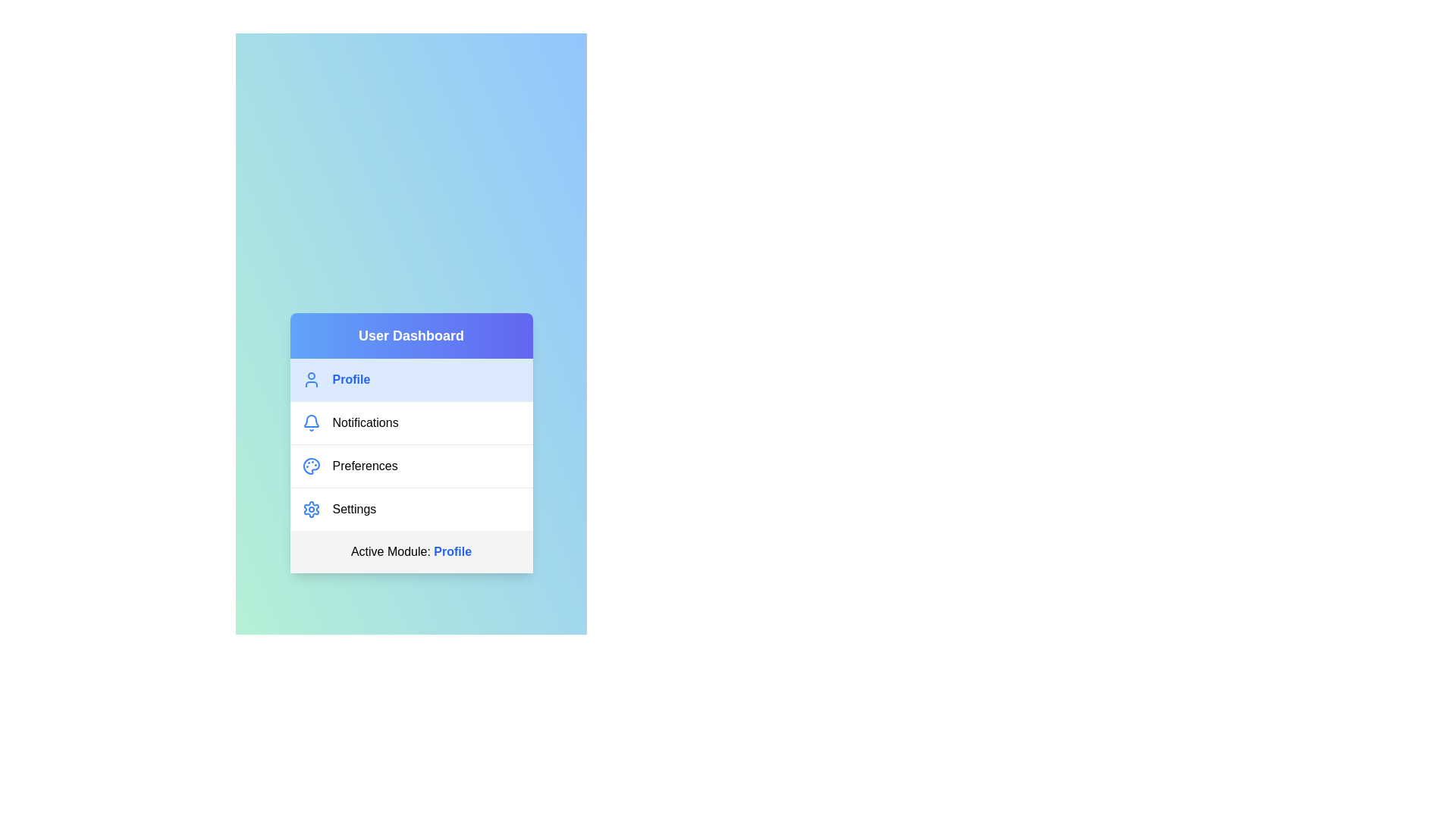  I want to click on the menu item corresponding to Profile, so click(411, 378).